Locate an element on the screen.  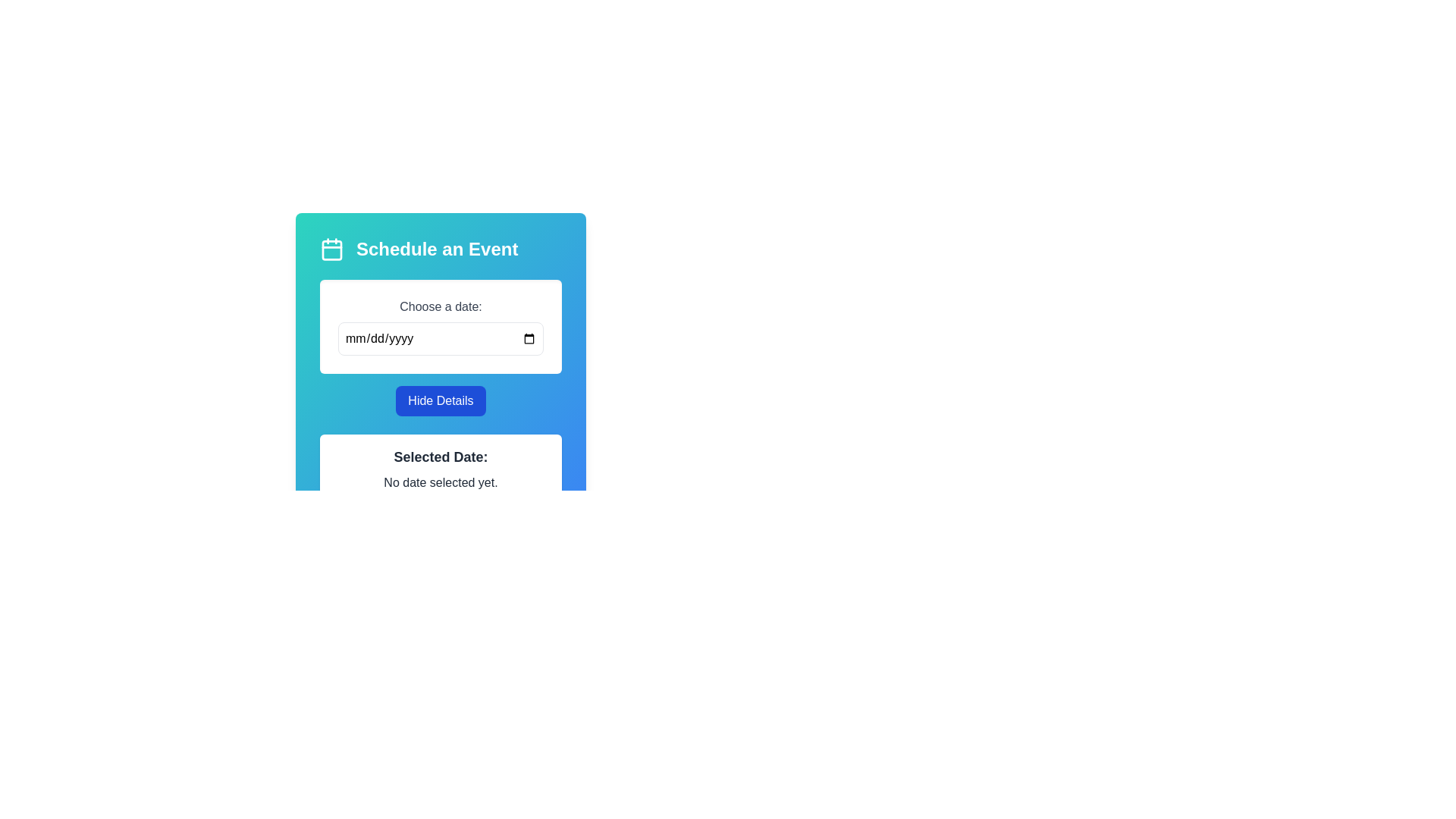
the header labeled 'Schedule an Event' with a gradient background at the top of the form is located at coordinates (440, 248).